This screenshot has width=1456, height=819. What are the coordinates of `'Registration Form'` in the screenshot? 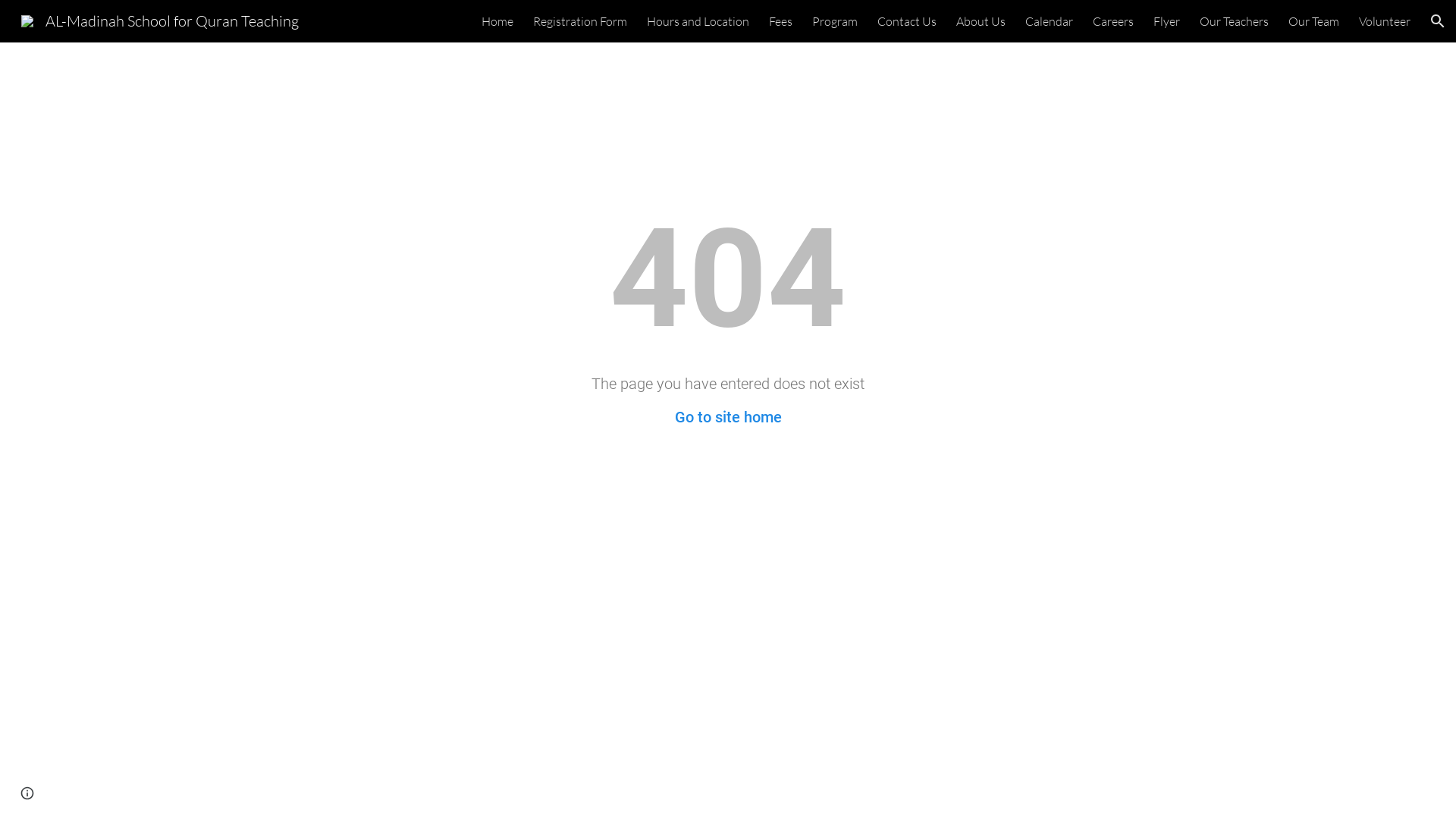 It's located at (579, 20).